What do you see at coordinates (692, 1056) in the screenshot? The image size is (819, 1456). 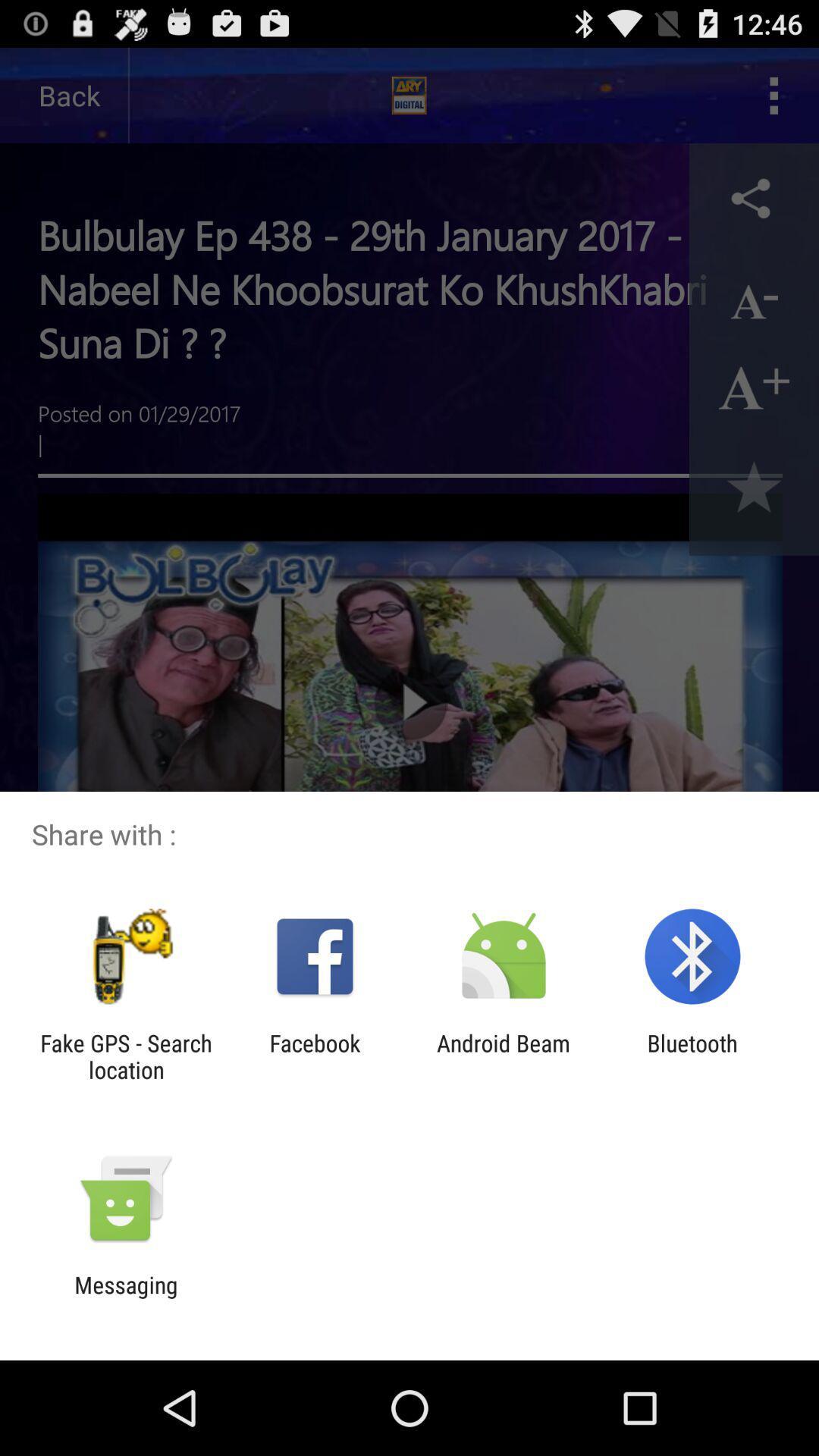 I see `the bluetooth item` at bounding box center [692, 1056].